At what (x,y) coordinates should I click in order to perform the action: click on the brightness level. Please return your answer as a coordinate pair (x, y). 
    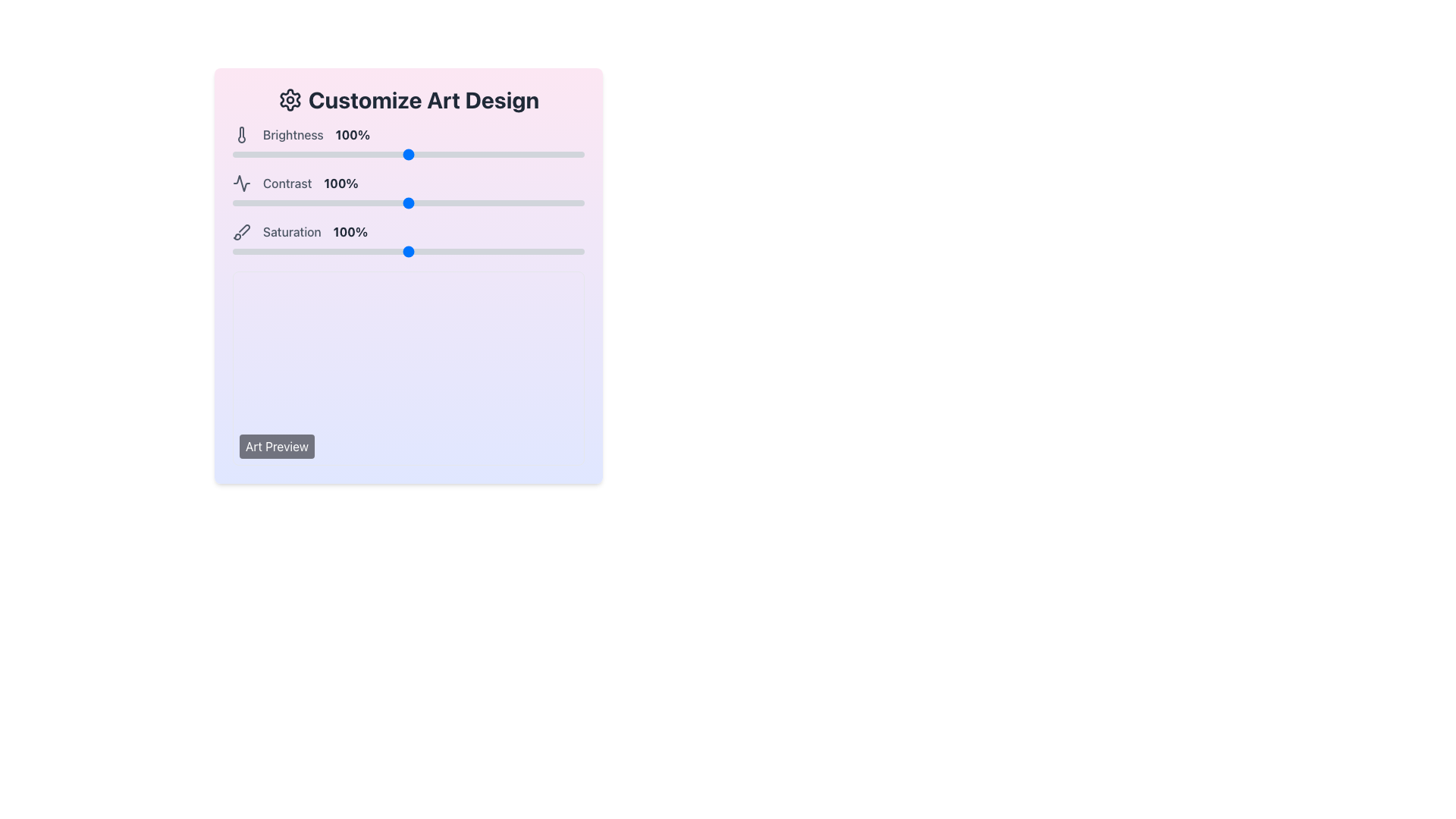
    Looking at the image, I should click on (571, 155).